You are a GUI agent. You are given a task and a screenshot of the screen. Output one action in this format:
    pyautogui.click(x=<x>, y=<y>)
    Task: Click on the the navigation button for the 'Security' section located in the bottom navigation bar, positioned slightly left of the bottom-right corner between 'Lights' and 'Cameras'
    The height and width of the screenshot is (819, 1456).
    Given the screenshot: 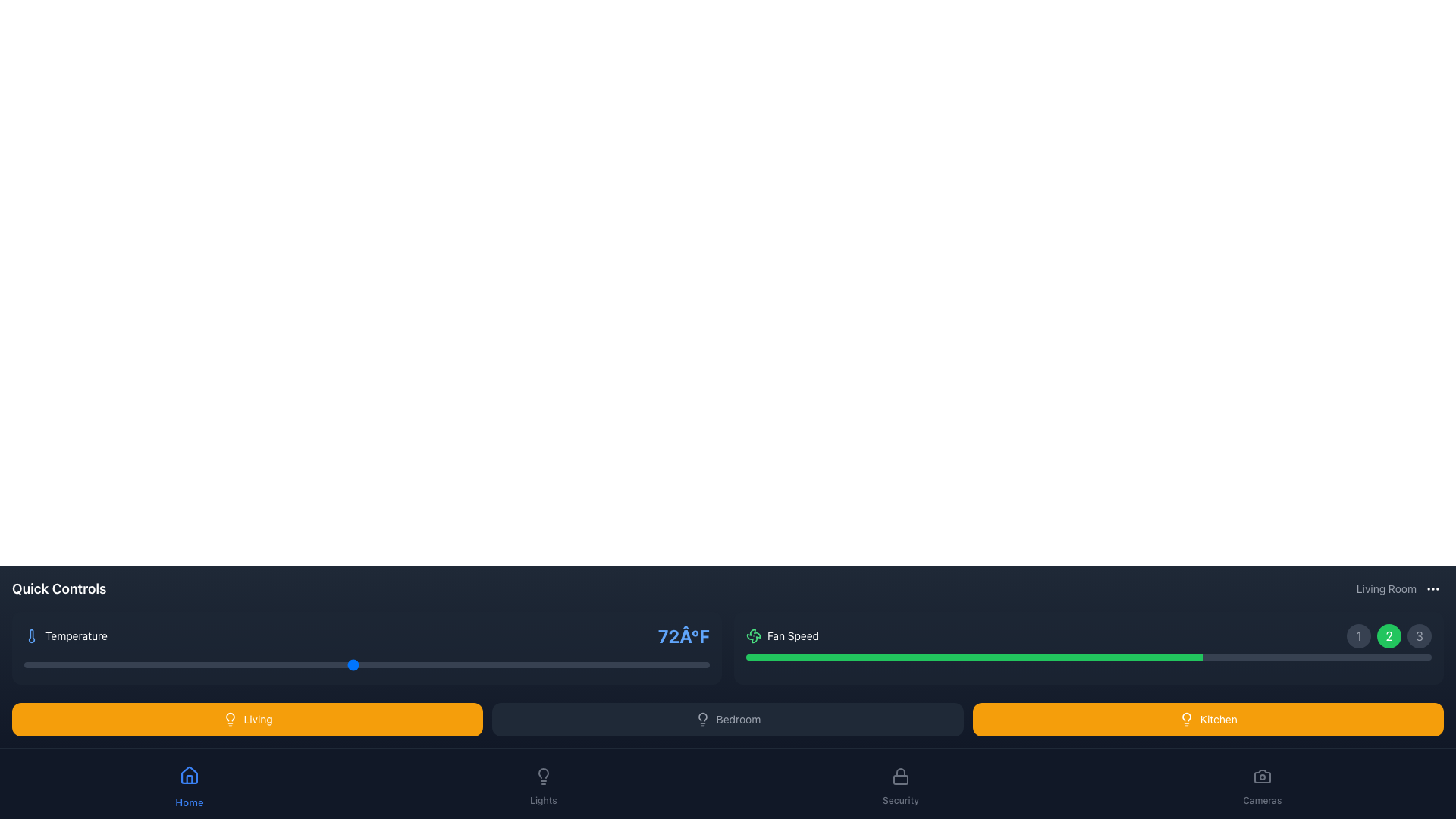 What is the action you would take?
    pyautogui.click(x=901, y=783)
    